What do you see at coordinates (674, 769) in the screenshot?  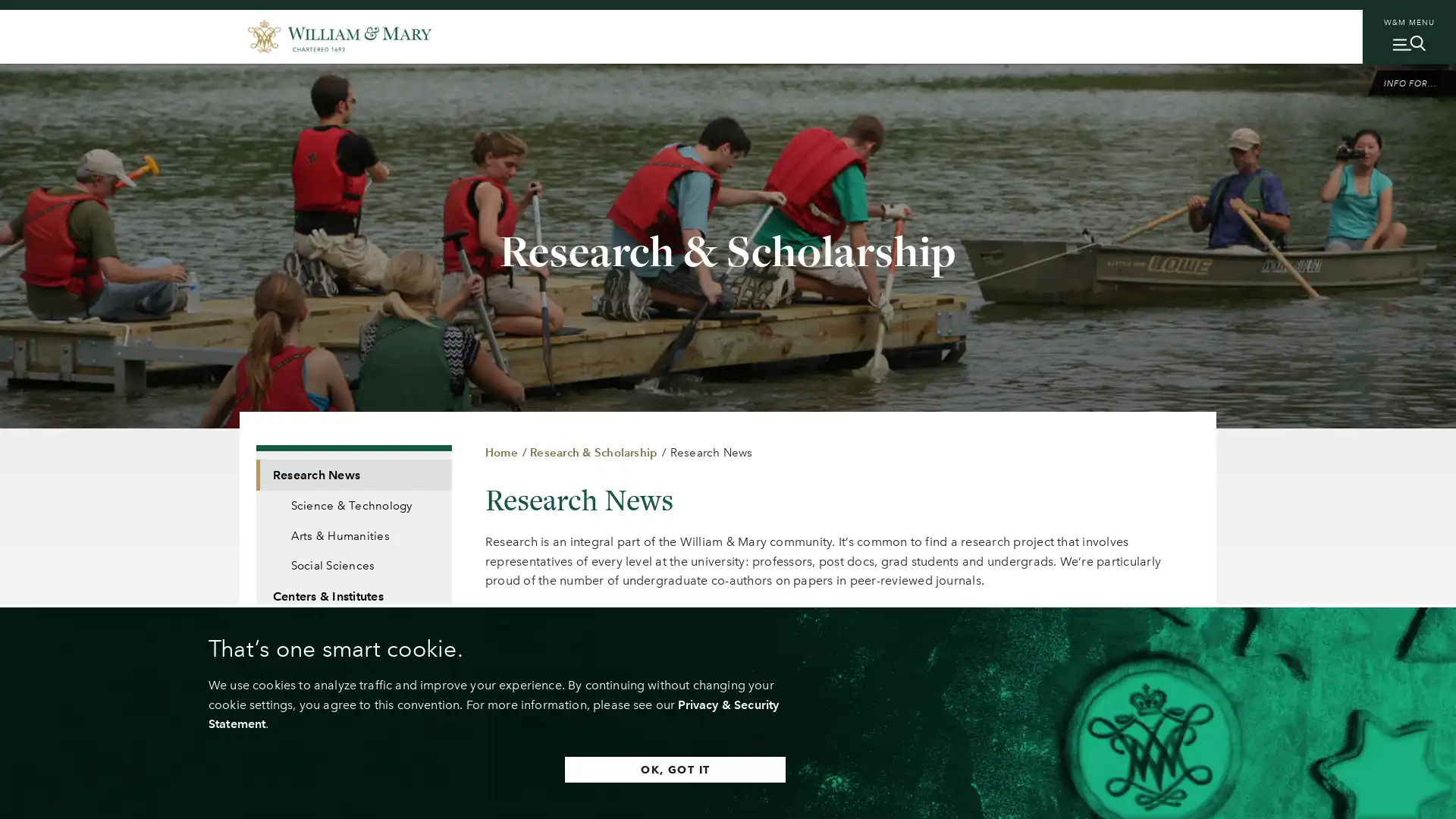 I see `OK, GOT IT` at bounding box center [674, 769].